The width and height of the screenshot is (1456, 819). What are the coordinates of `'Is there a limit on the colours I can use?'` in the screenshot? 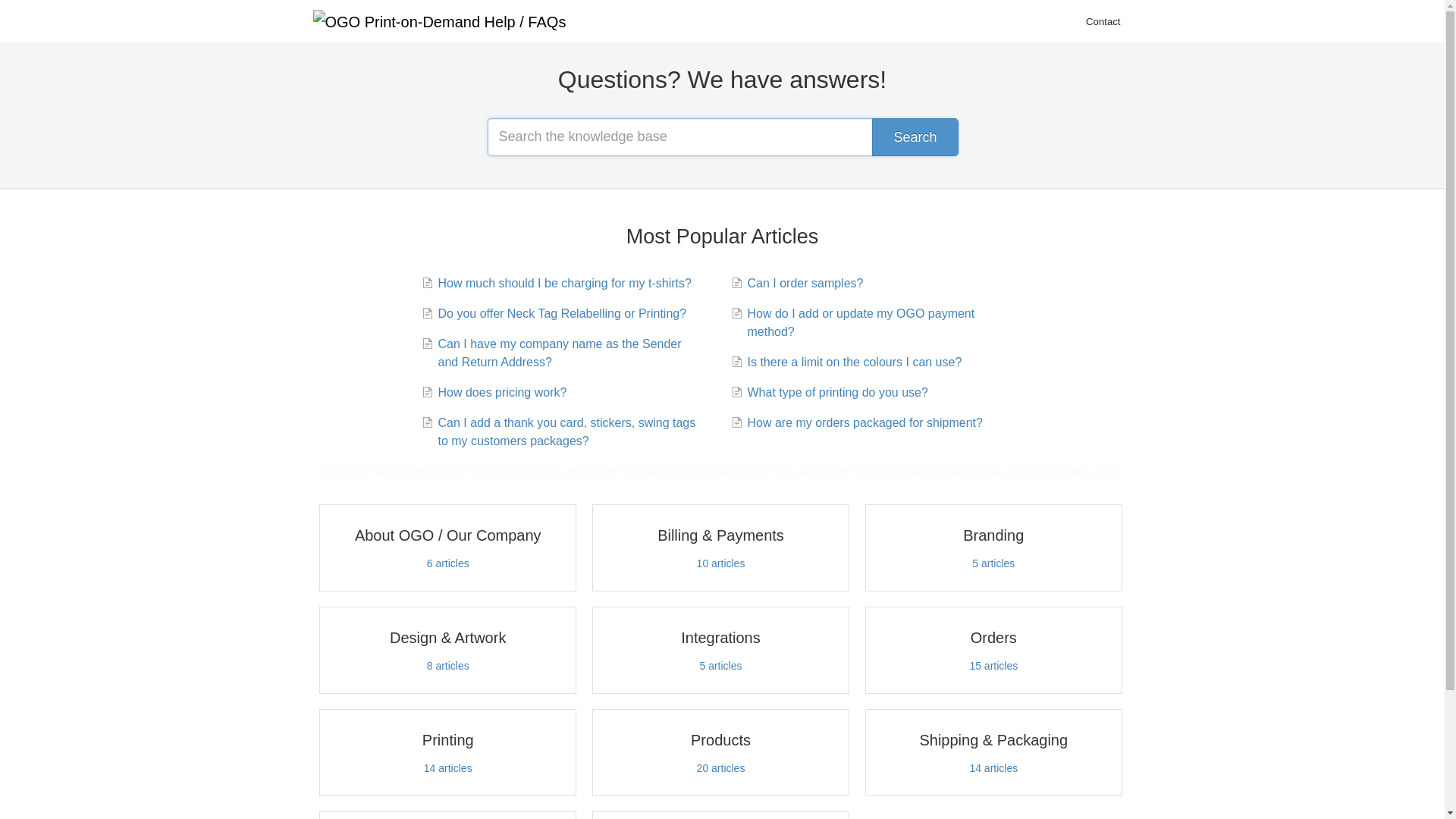 It's located at (852, 362).